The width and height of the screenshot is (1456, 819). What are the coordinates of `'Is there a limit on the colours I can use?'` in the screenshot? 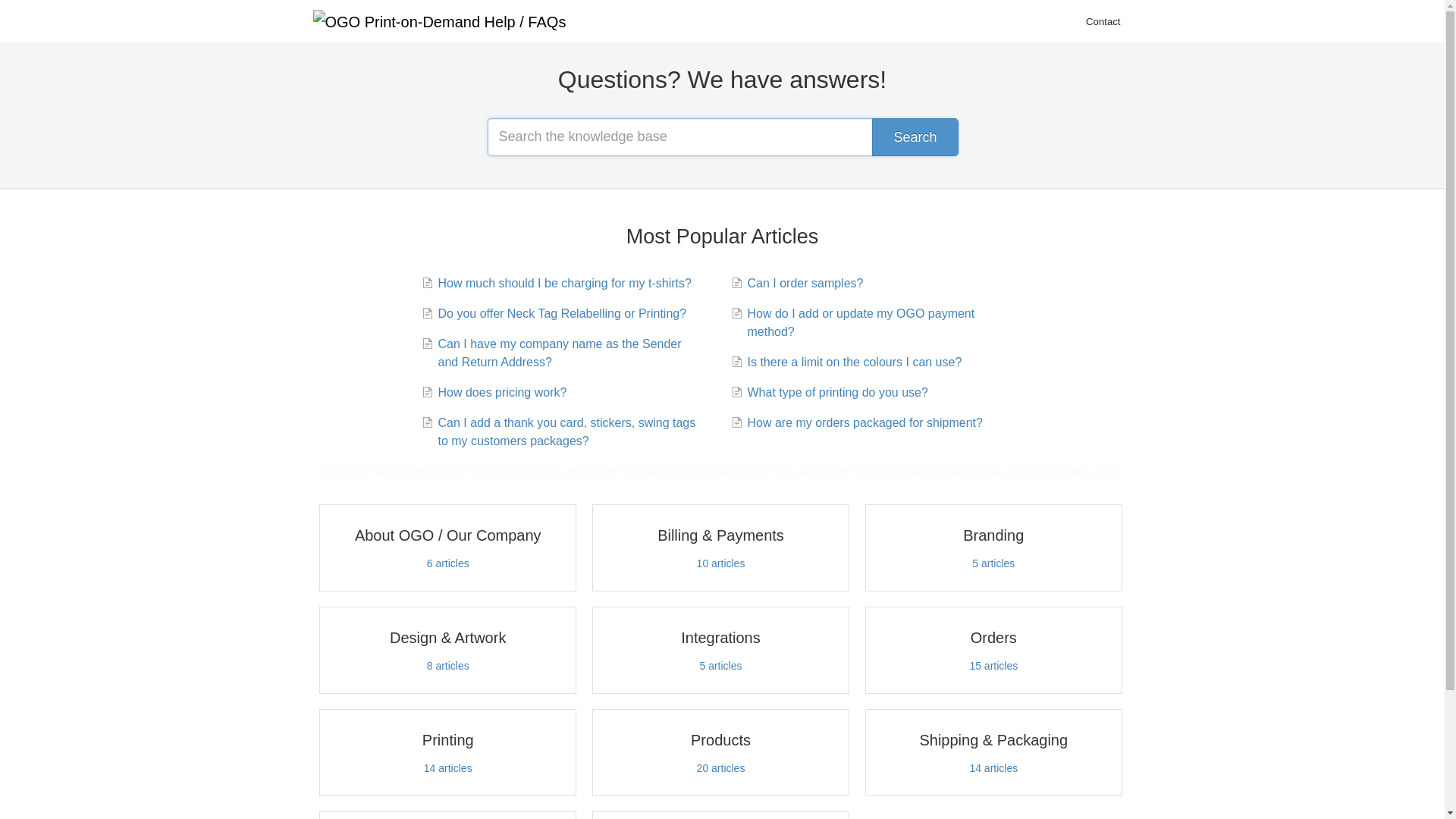 It's located at (852, 362).